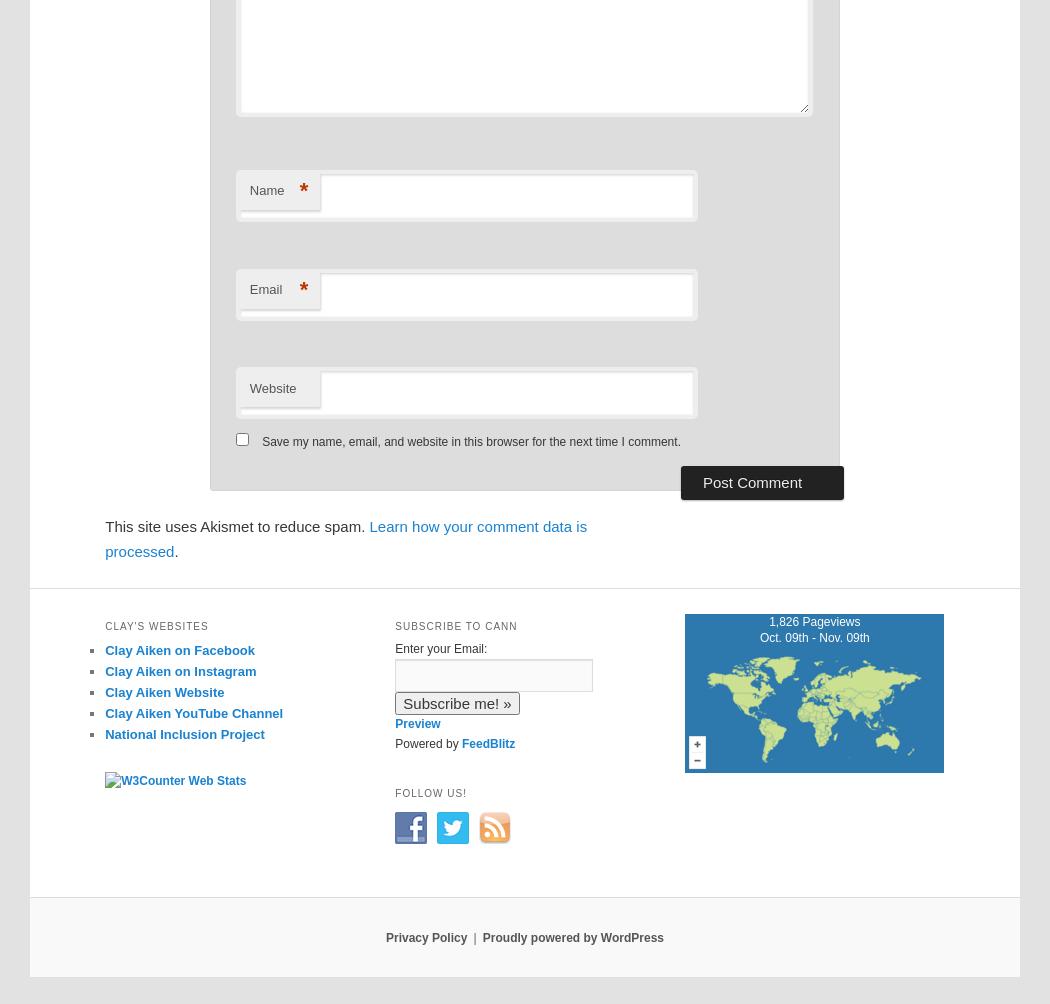  What do you see at coordinates (180, 669) in the screenshot?
I see `'Clay Aiken on Instagram'` at bounding box center [180, 669].